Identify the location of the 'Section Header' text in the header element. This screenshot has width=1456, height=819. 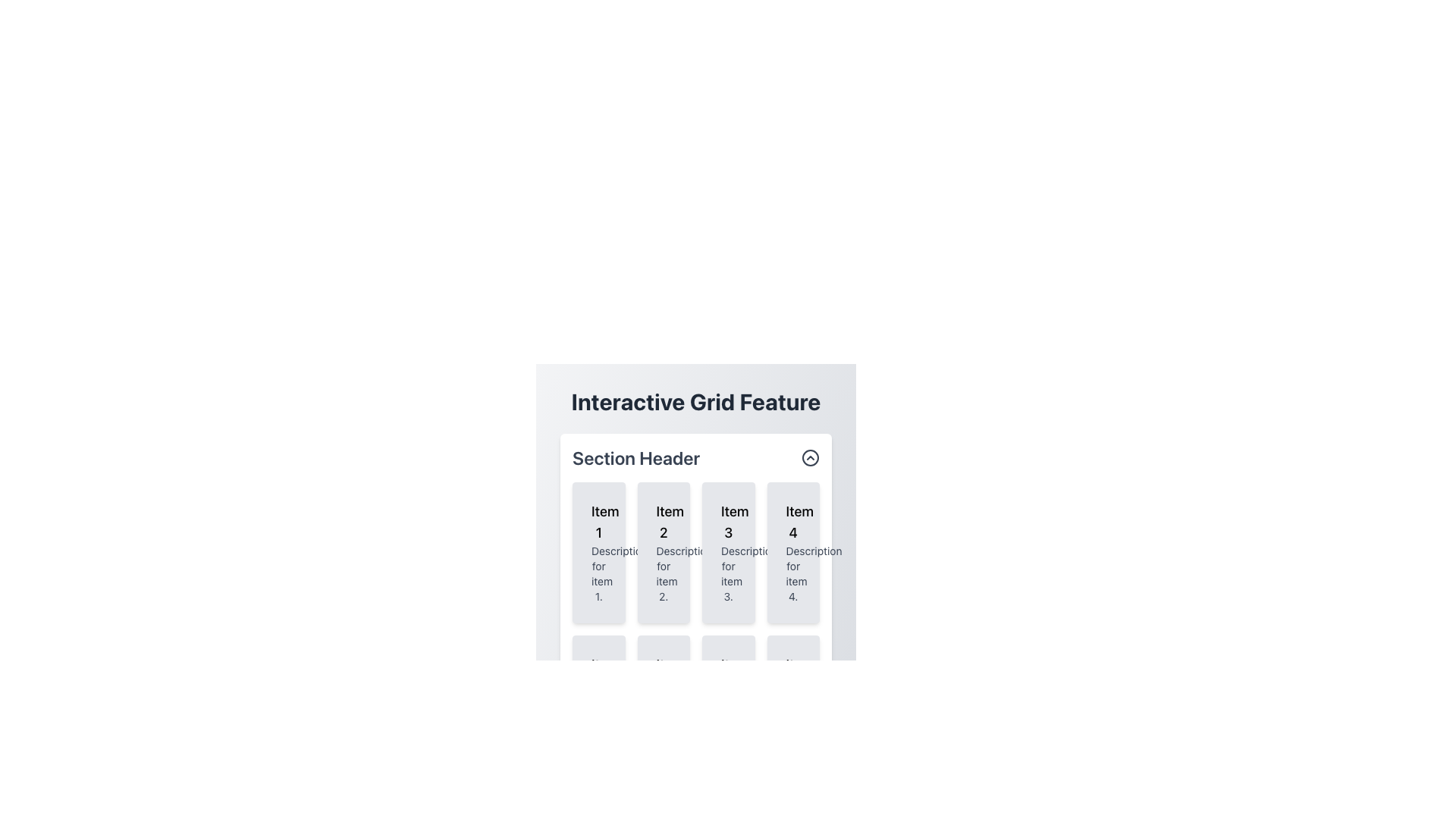
(695, 457).